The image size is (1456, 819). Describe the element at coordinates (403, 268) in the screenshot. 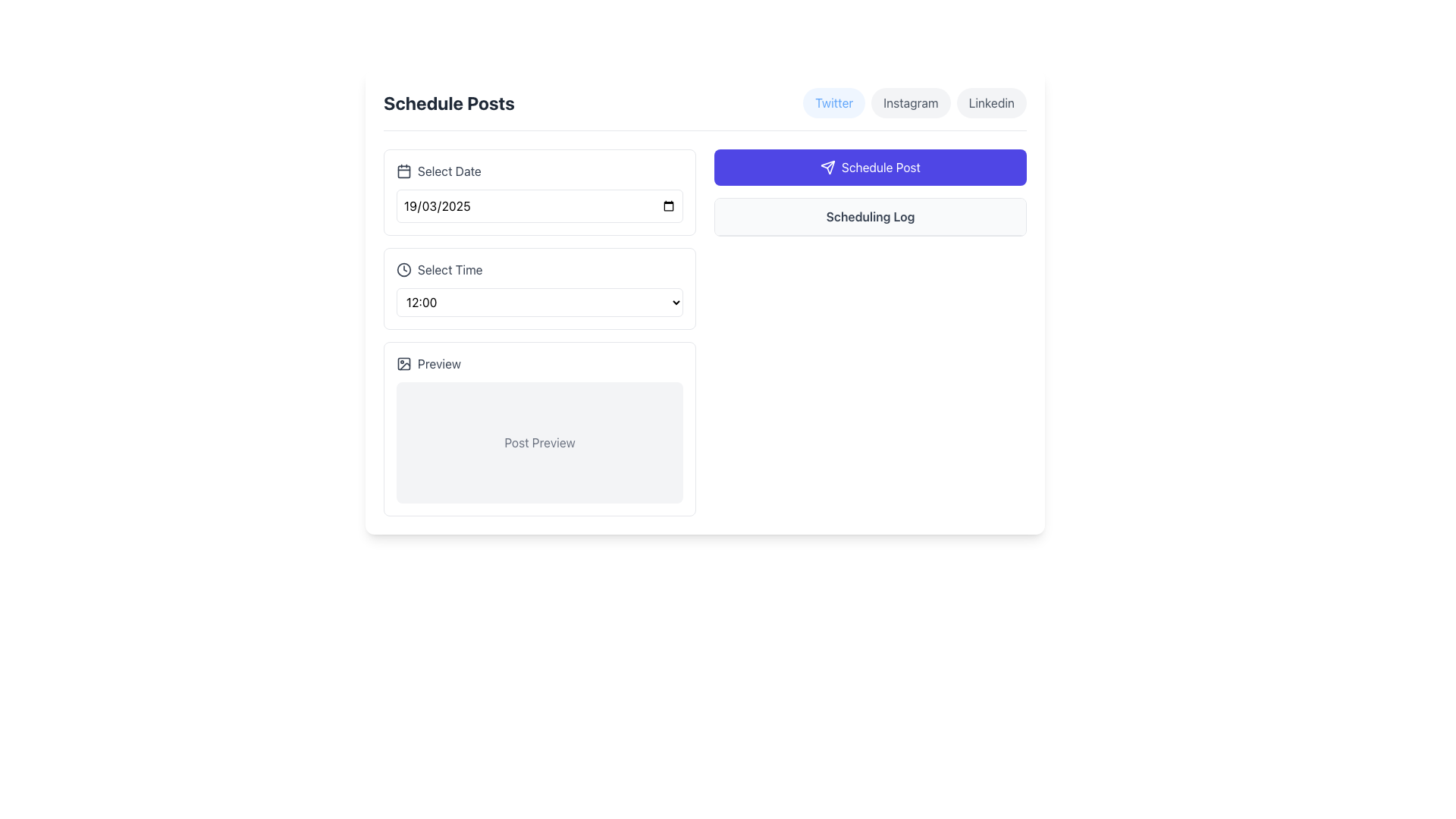

I see `the clock-shaped icon rendered in a minimalist line-art style, which is located to the left of the 'Select Time' label in the 'Select Date' section of the interface` at that location.